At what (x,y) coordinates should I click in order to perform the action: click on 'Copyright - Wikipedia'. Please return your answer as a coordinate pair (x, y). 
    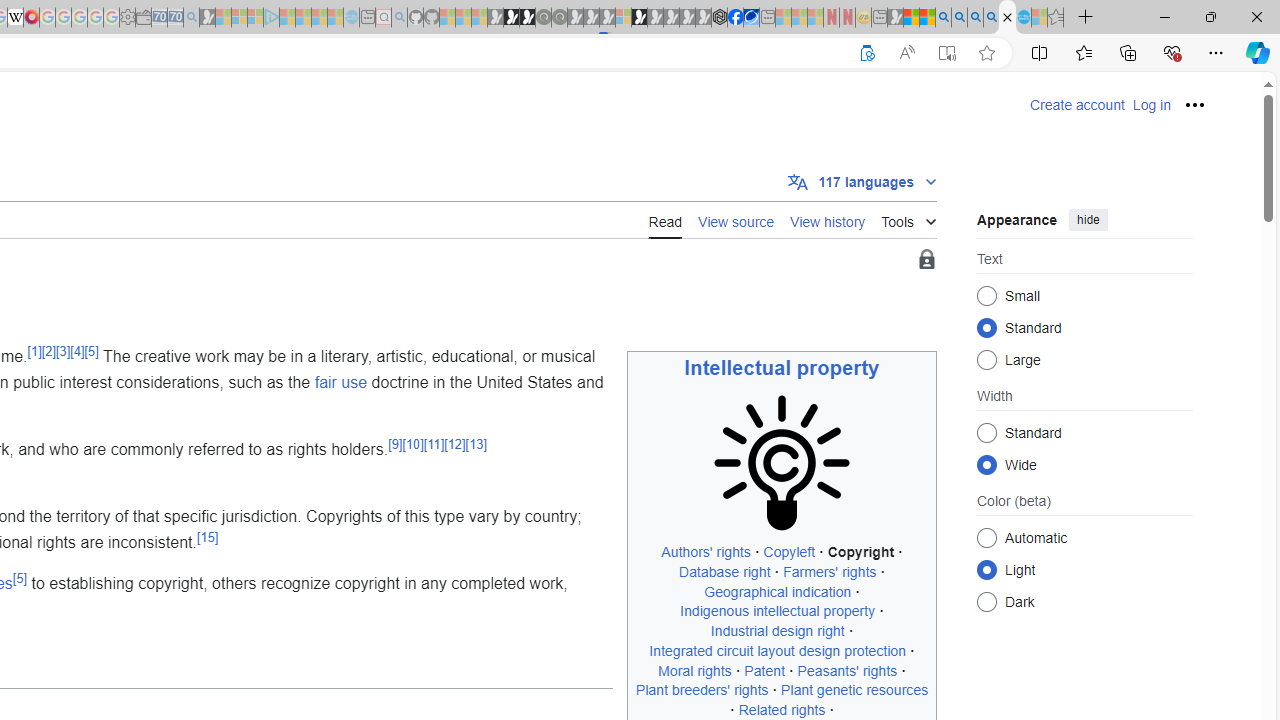
    Looking at the image, I should click on (1007, 17).